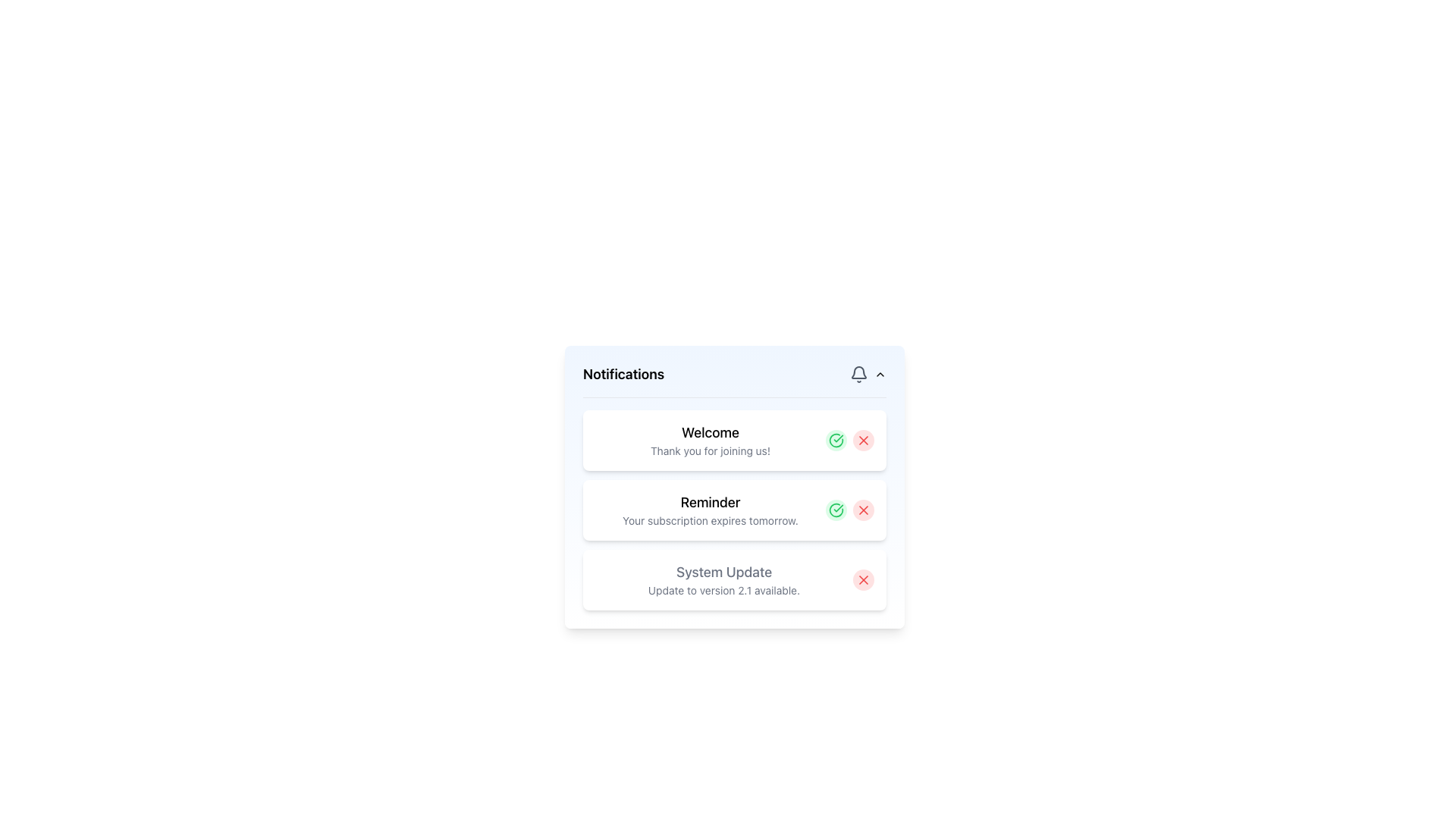 Image resolution: width=1456 pixels, height=819 pixels. Describe the element at coordinates (863, 510) in the screenshot. I see `the red 'X' icon in the 'Reminder' notification panel` at that location.